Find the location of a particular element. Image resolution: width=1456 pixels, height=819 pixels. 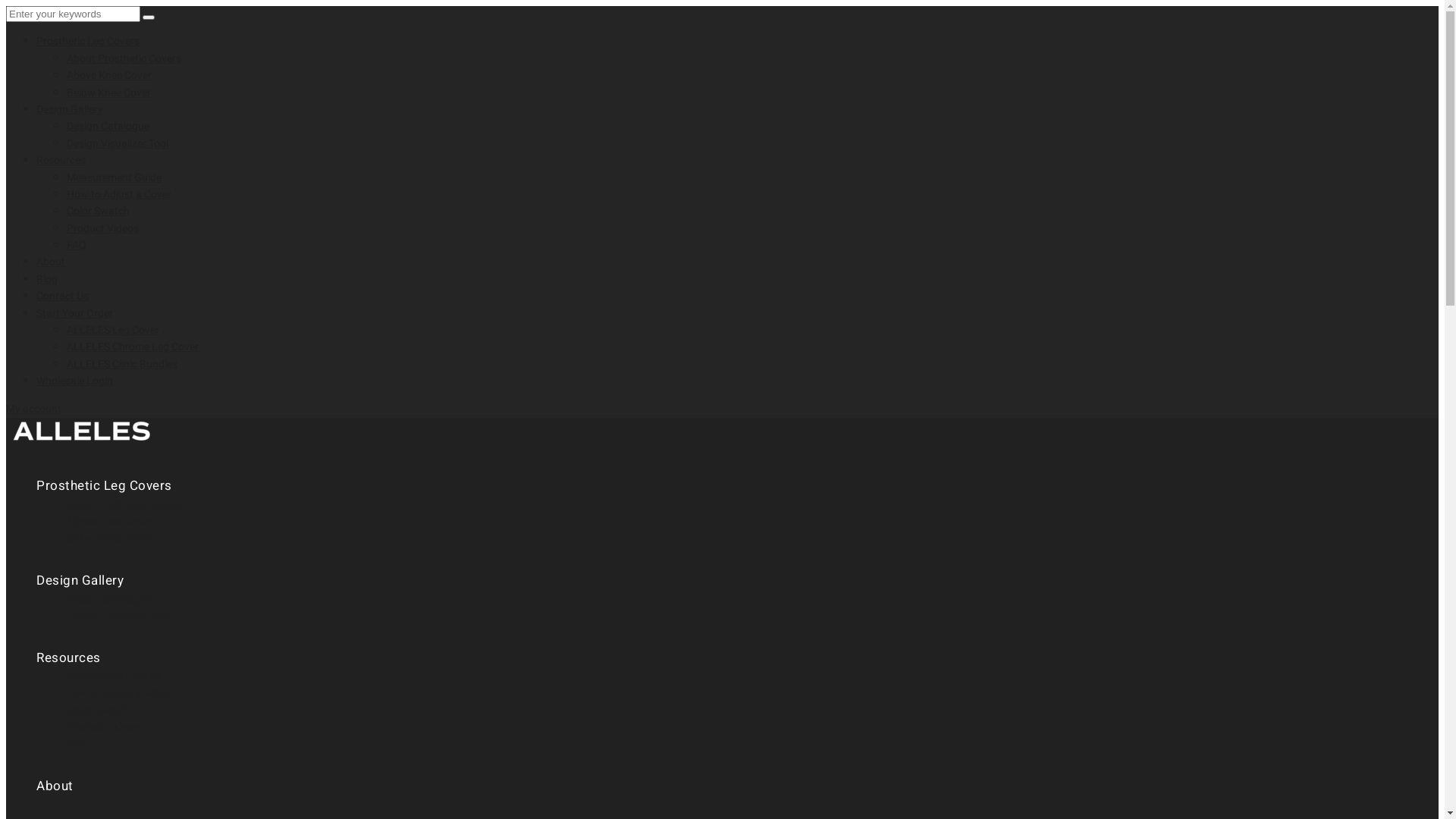

'About' is located at coordinates (51, 261).